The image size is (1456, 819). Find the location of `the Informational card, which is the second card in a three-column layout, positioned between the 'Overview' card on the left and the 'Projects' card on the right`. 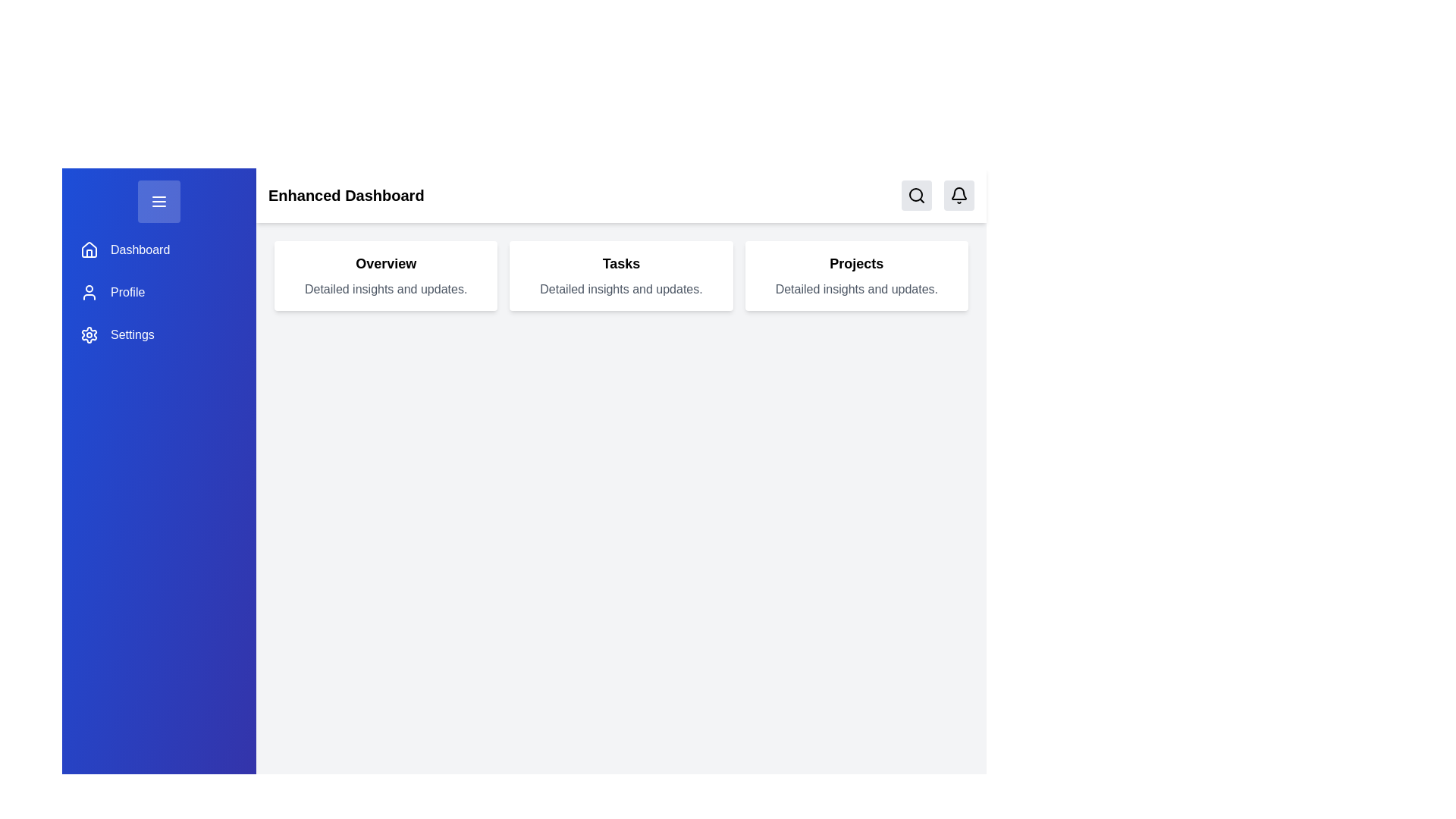

the Informational card, which is the second card in a three-column layout, positioned between the 'Overview' card on the left and the 'Projects' card on the right is located at coordinates (621, 275).